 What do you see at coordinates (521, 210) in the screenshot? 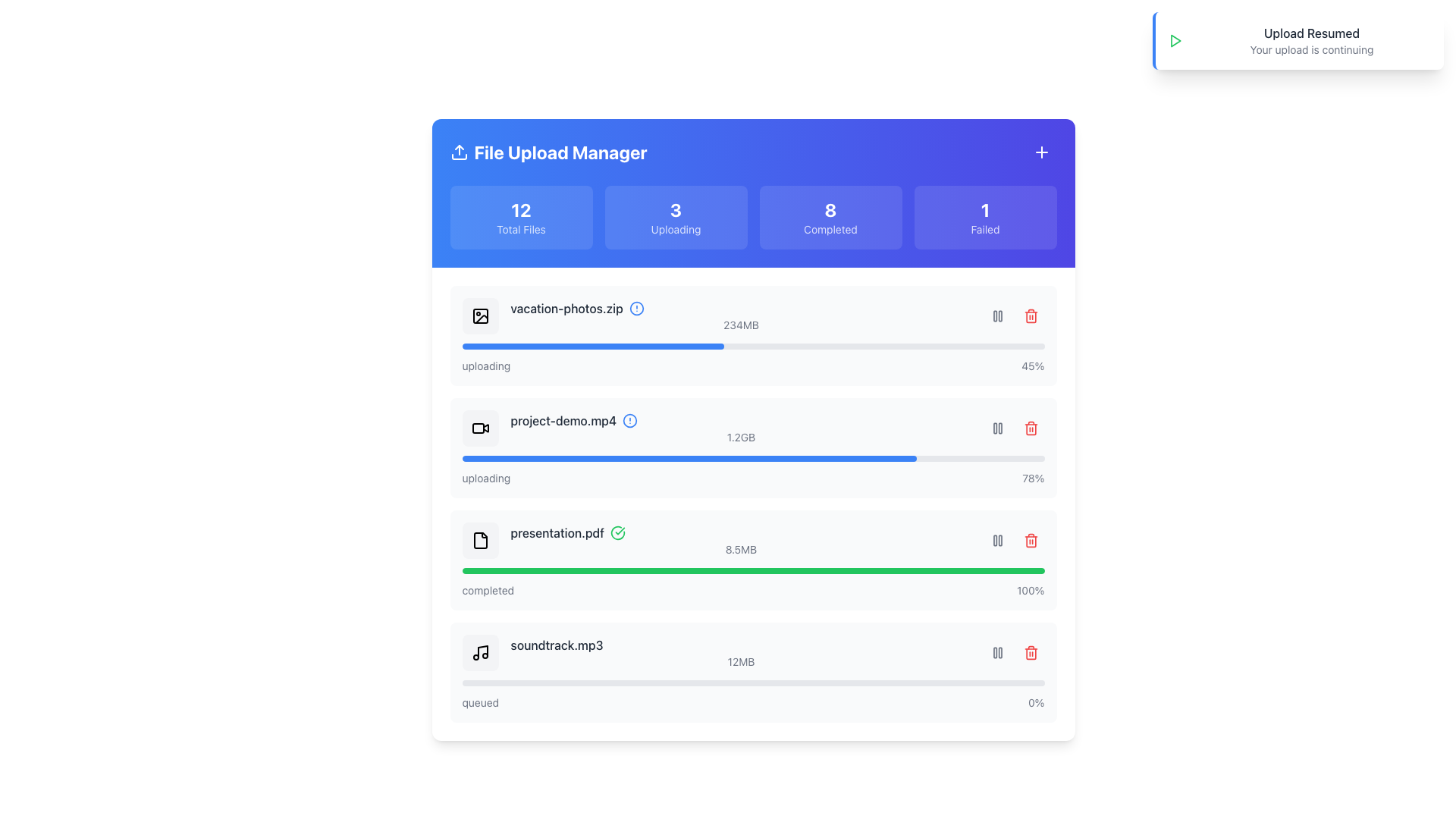
I see `the numeric text display showing '12' within the 'Total Files' card on the main page layout` at bounding box center [521, 210].